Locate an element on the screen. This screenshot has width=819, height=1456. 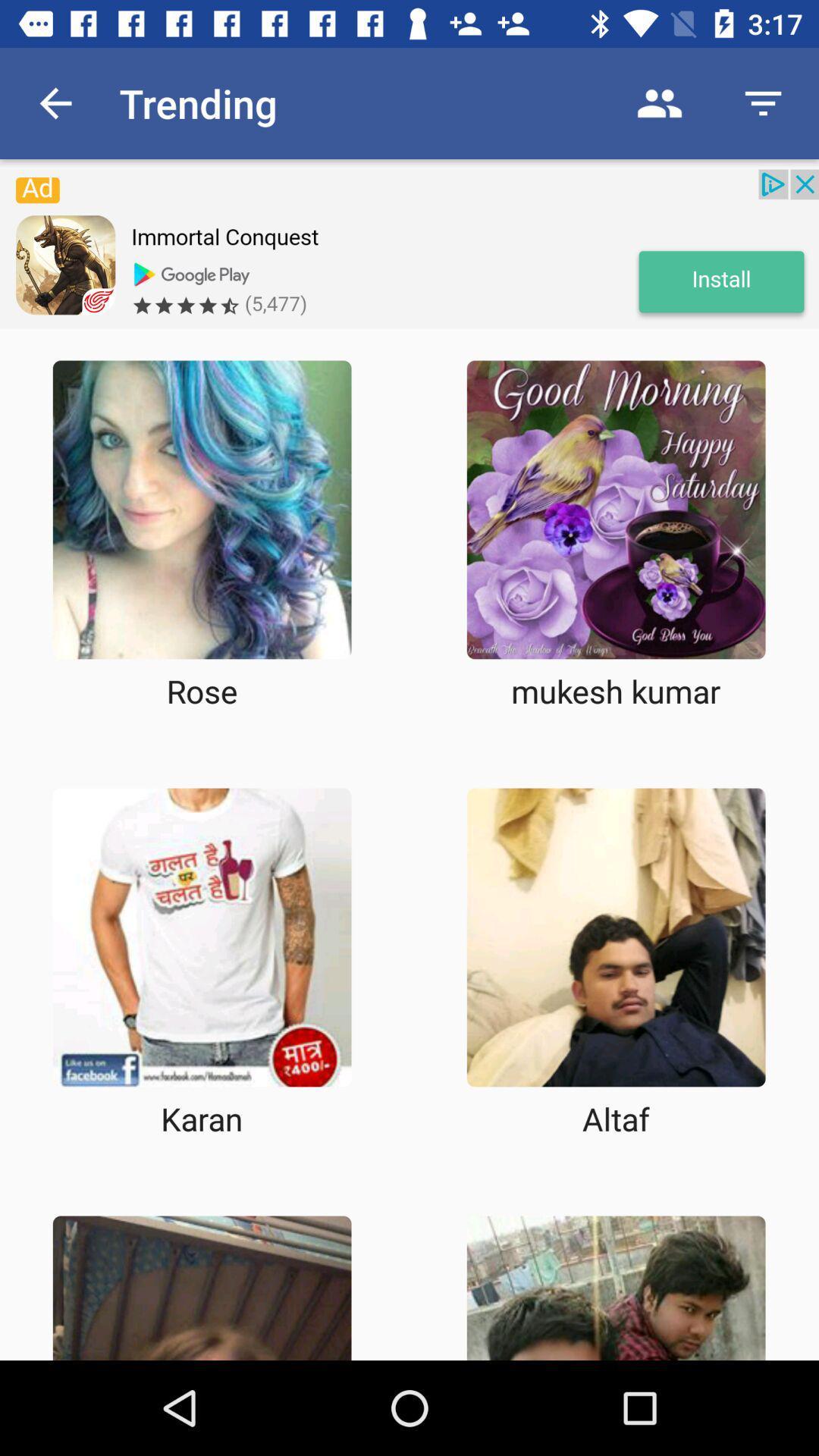
option is located at coordinates (201, 510).